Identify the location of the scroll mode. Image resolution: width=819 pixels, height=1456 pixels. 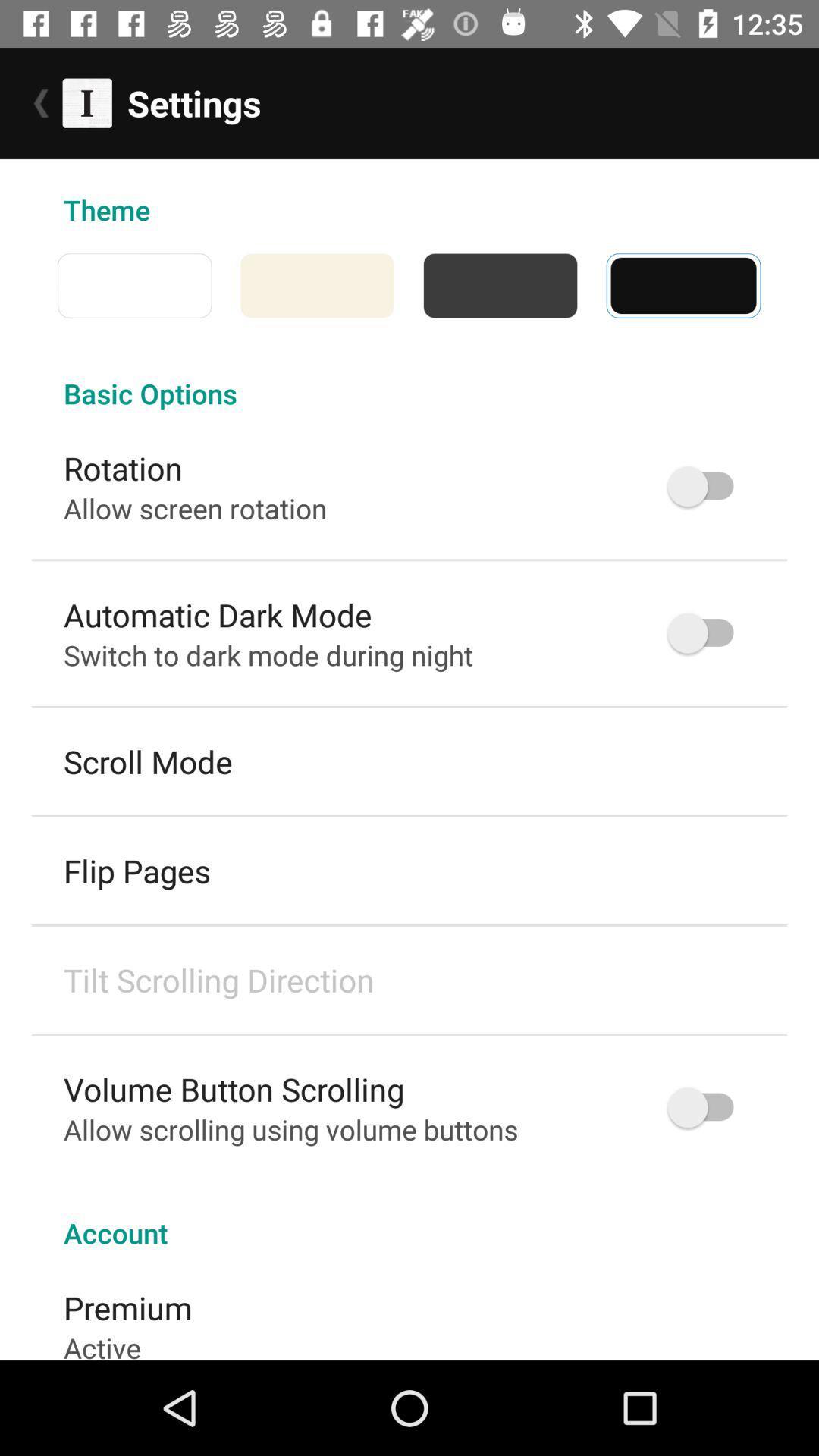
(148, 761).